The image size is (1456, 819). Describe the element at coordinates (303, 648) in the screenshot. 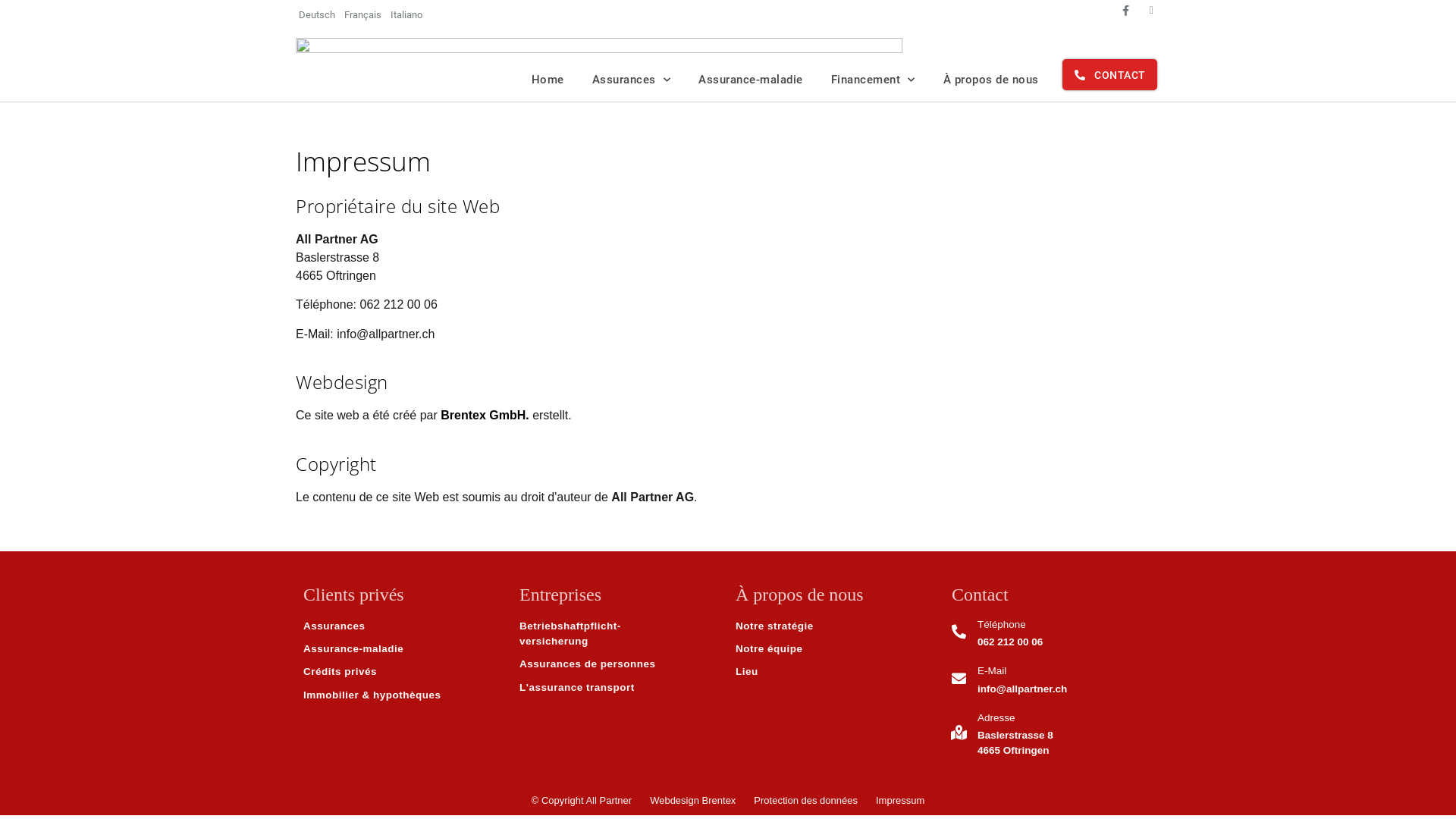

I see `'Assurance-maladie'` at that location.